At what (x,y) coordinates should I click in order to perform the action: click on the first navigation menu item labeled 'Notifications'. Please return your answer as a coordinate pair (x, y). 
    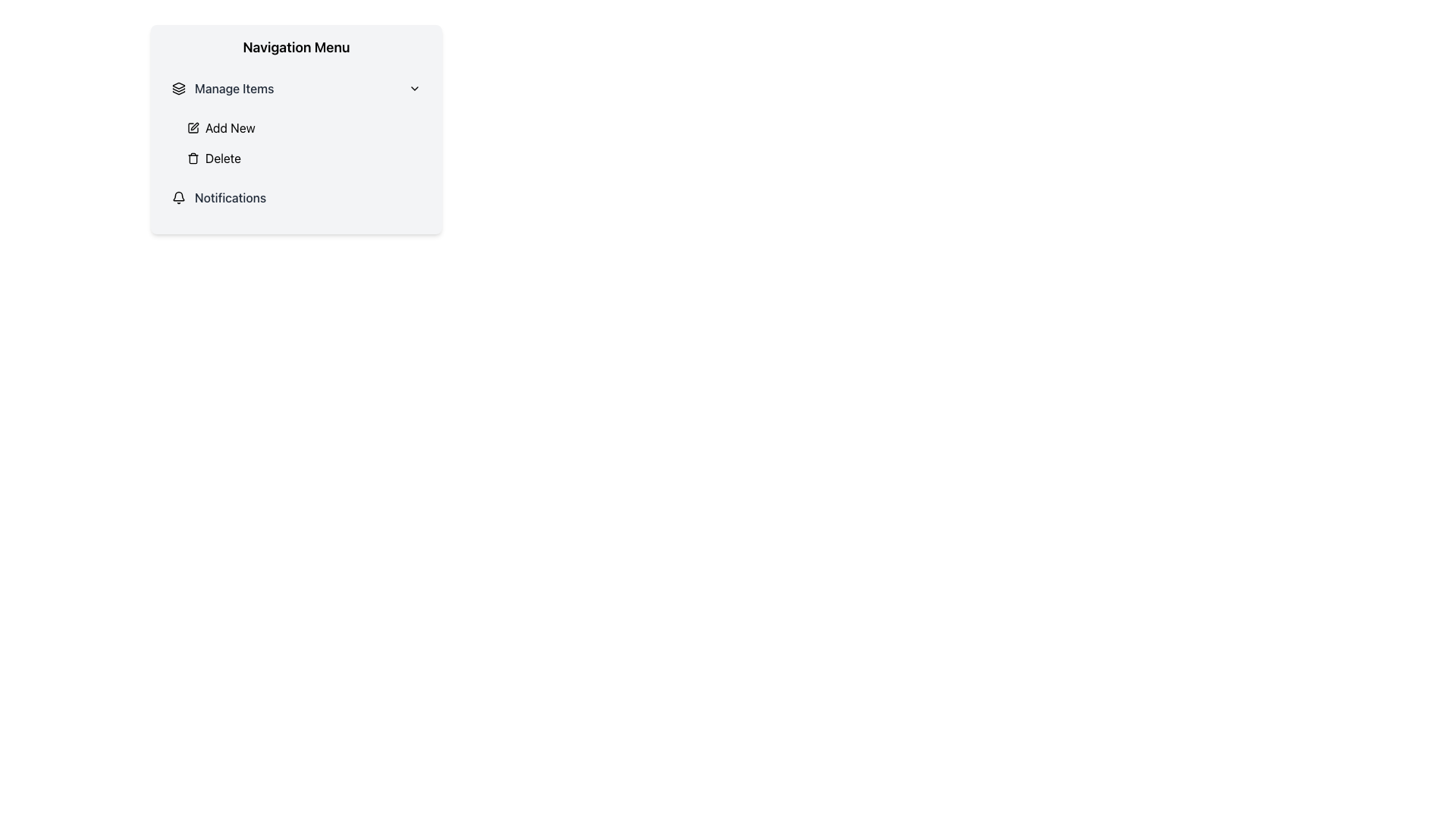
    Looking at the image, I should click on (218, 197).